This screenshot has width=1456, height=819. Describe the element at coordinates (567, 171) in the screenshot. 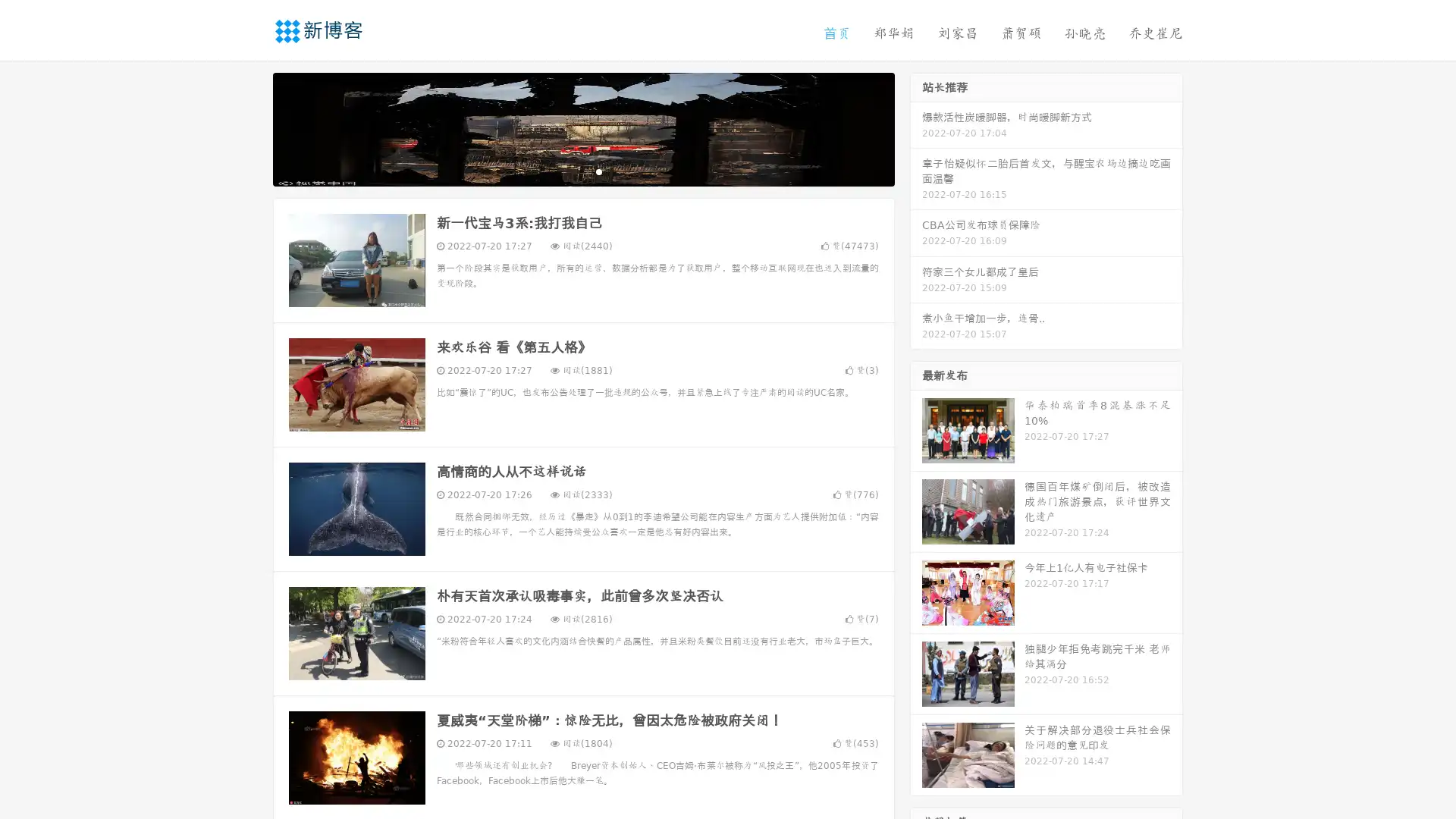

I see `Go to slide 1` at that location.